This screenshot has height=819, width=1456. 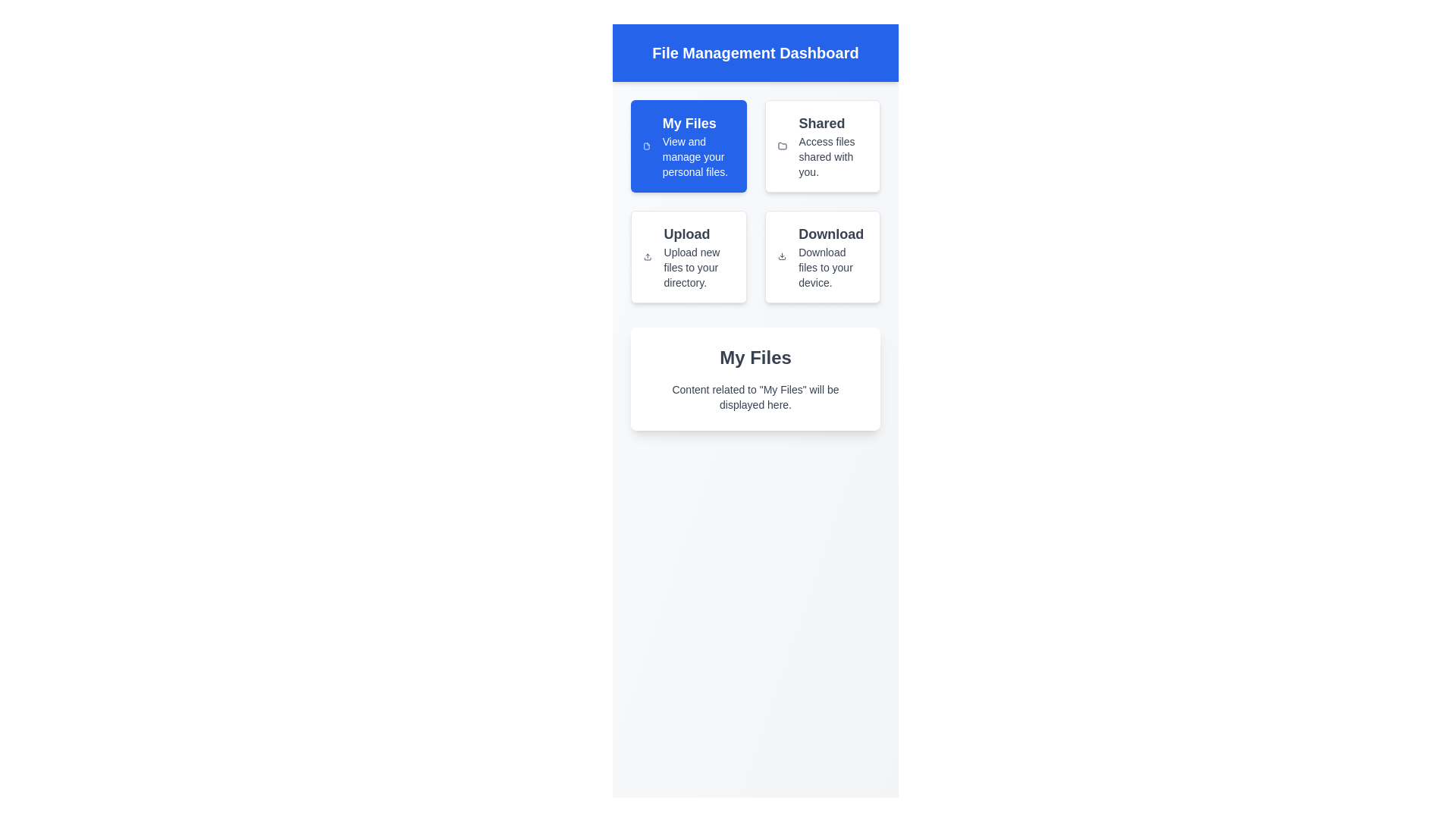 I want to click on the Upload indicator icon located in the 'File Management Dashboard' under the 'Upload' card, positioned to the left of the text 'Upload', so click(x=648, y=256).